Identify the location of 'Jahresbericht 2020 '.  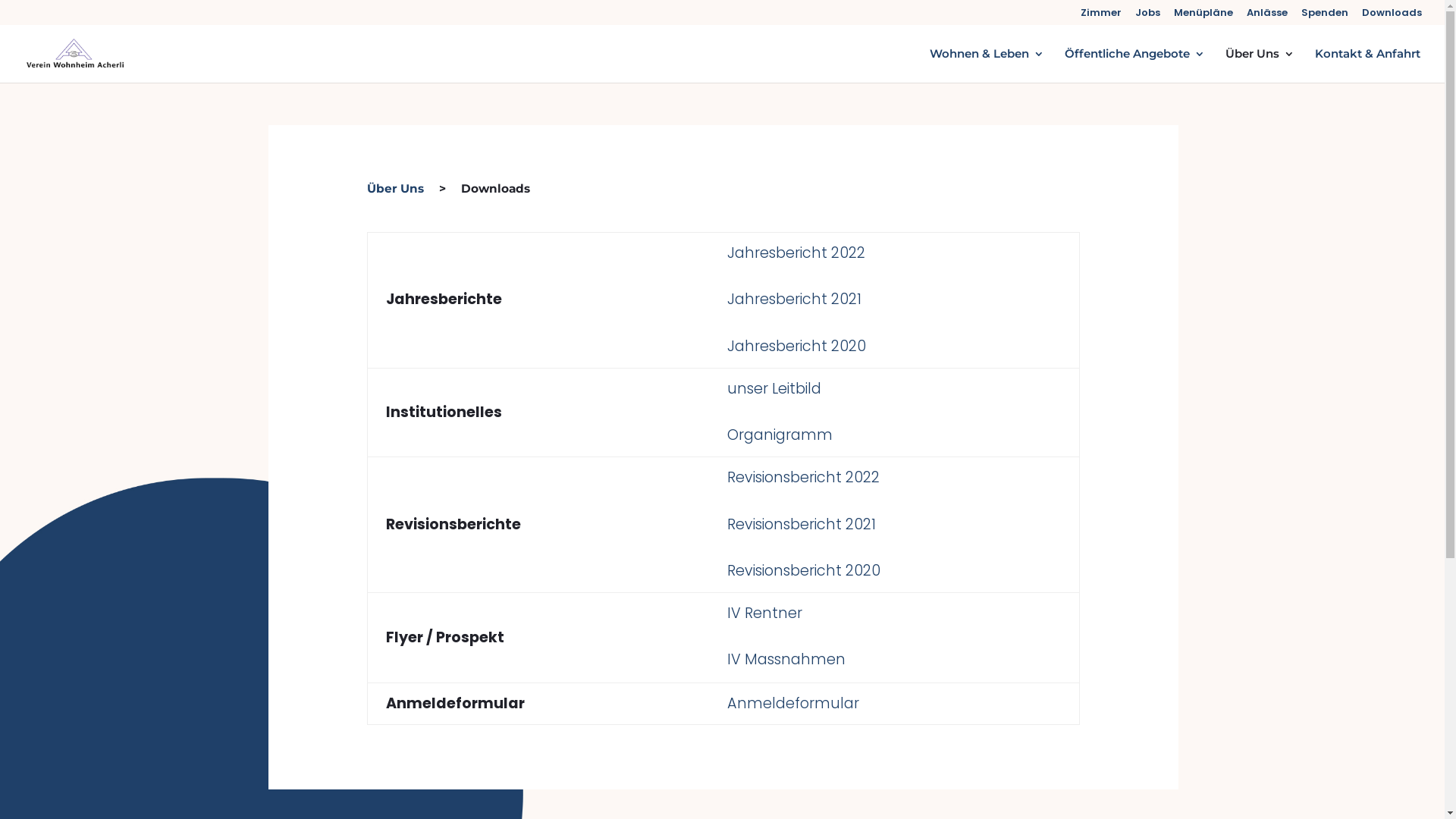
(797, 346).